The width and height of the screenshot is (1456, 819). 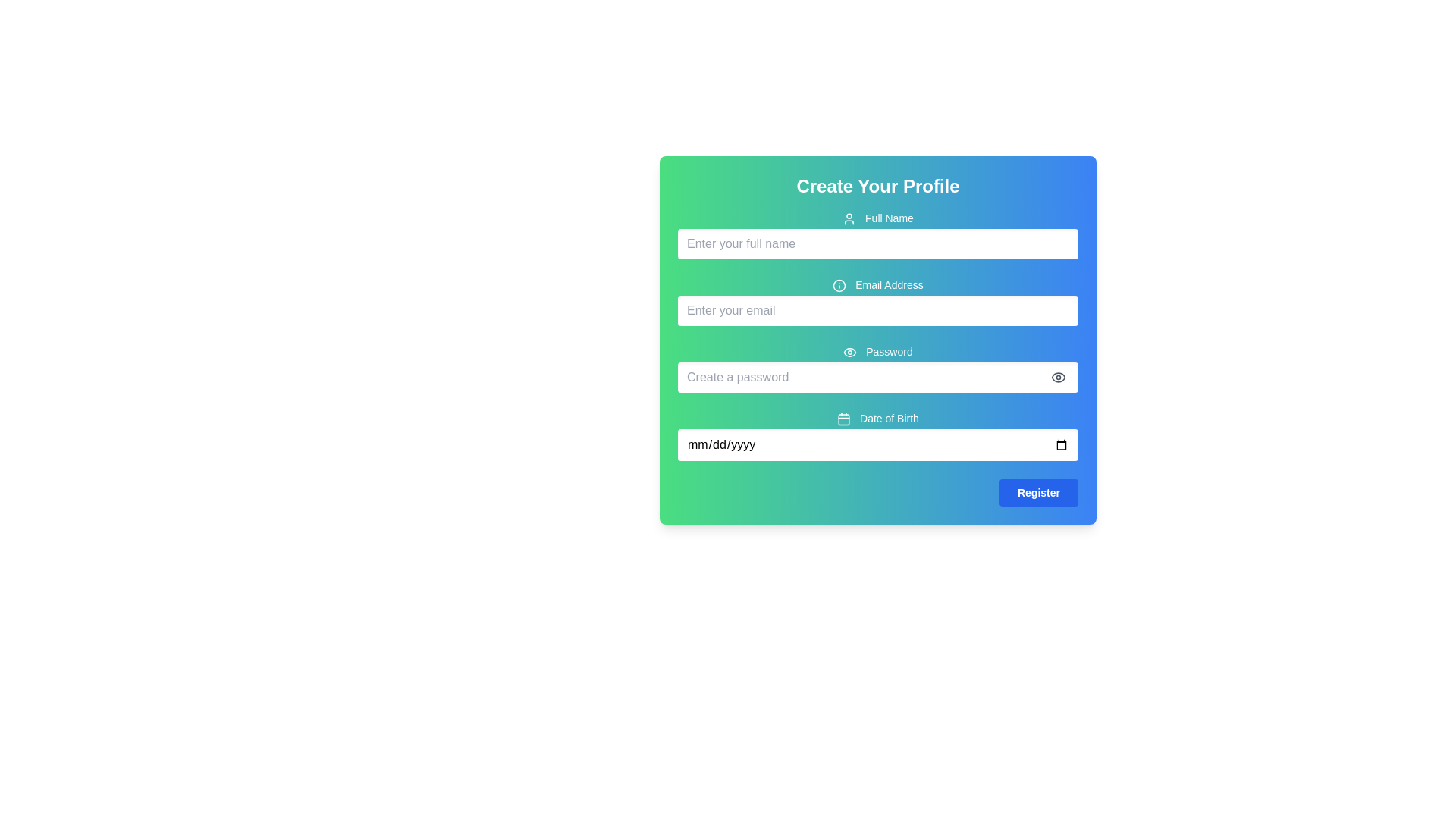 What do you see at coordinates (877, 234) in the screenshot?
I see `the text input field for the user's full name, which is the first field in a vertical form layout within a bordered responsive card UI to focus on it` at bounding box center [877, 234].